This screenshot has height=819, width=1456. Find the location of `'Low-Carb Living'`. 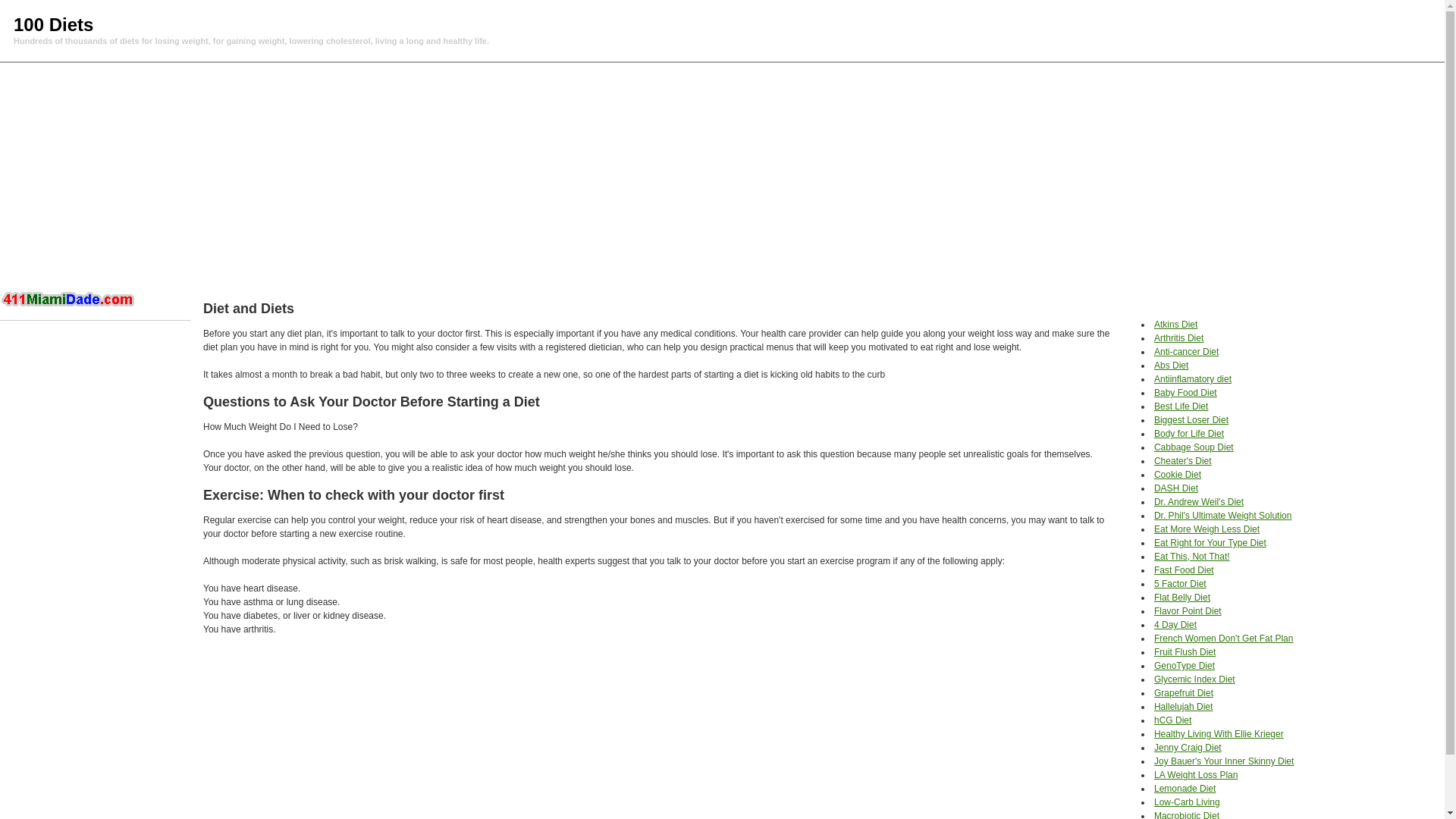

'Low-Carb Living' is located at coordinates (1186, 801).